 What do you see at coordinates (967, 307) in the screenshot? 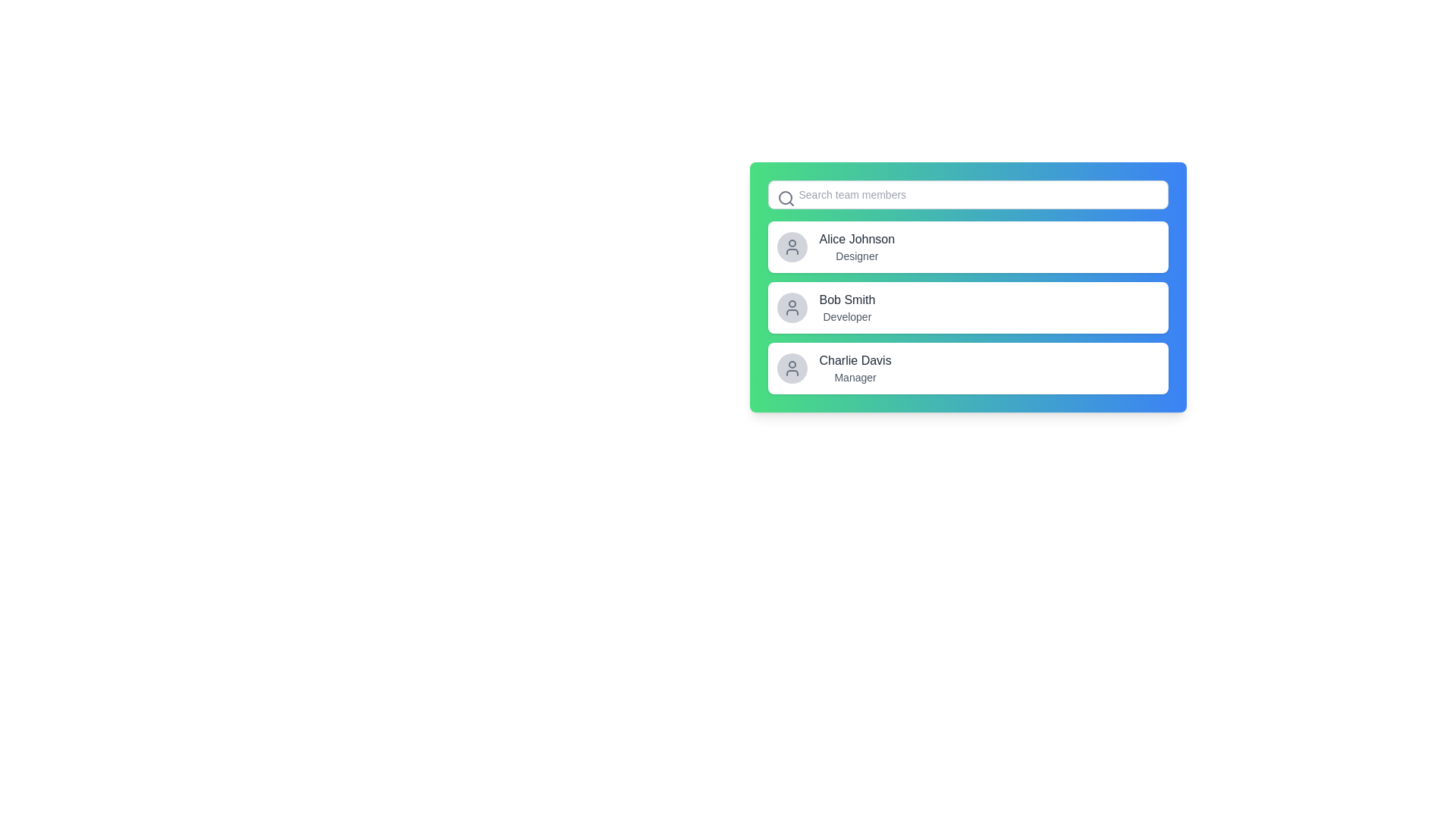
I see `the Card item displaying 'Bob Smith'` at bounding box center [967, 307].